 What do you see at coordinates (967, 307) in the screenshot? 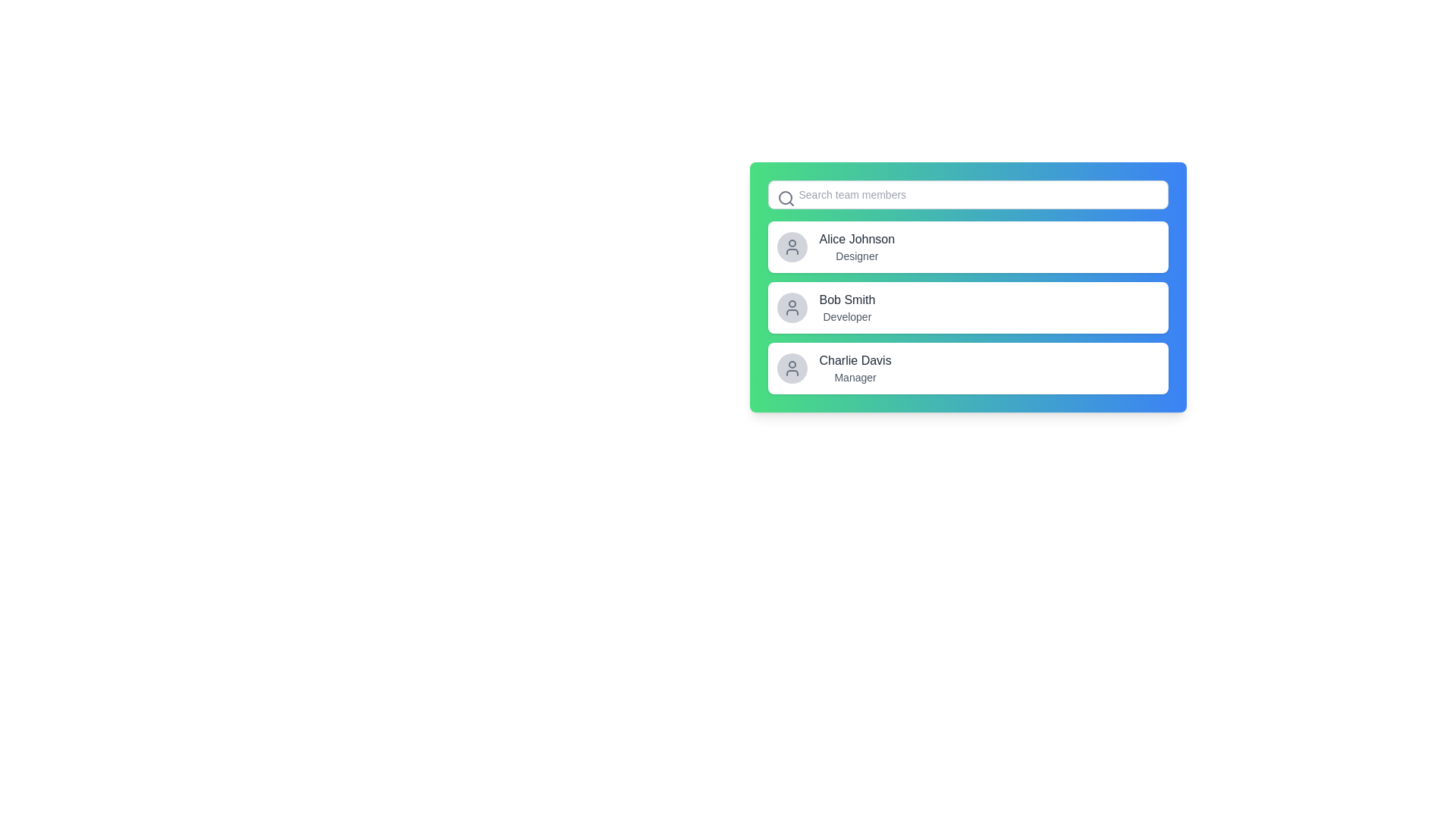
I see `the Card item displaying 'Bob Smith'` at bounding box center [967, 307].